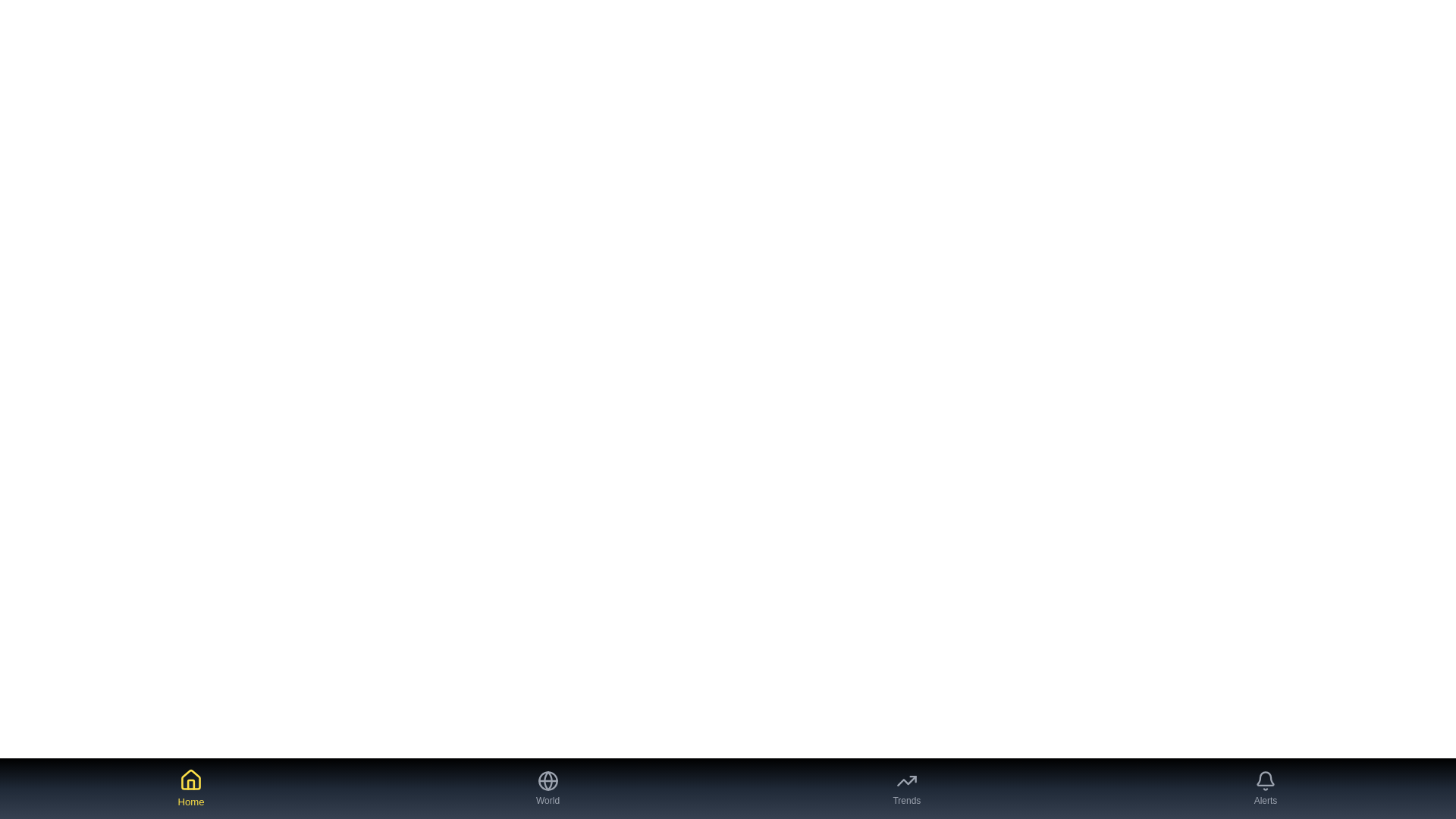  What do you see at coordinates (906, 788) in the screenshot?
I see `the Trends button to observe the hover effect` at bounding box center [906, 788].